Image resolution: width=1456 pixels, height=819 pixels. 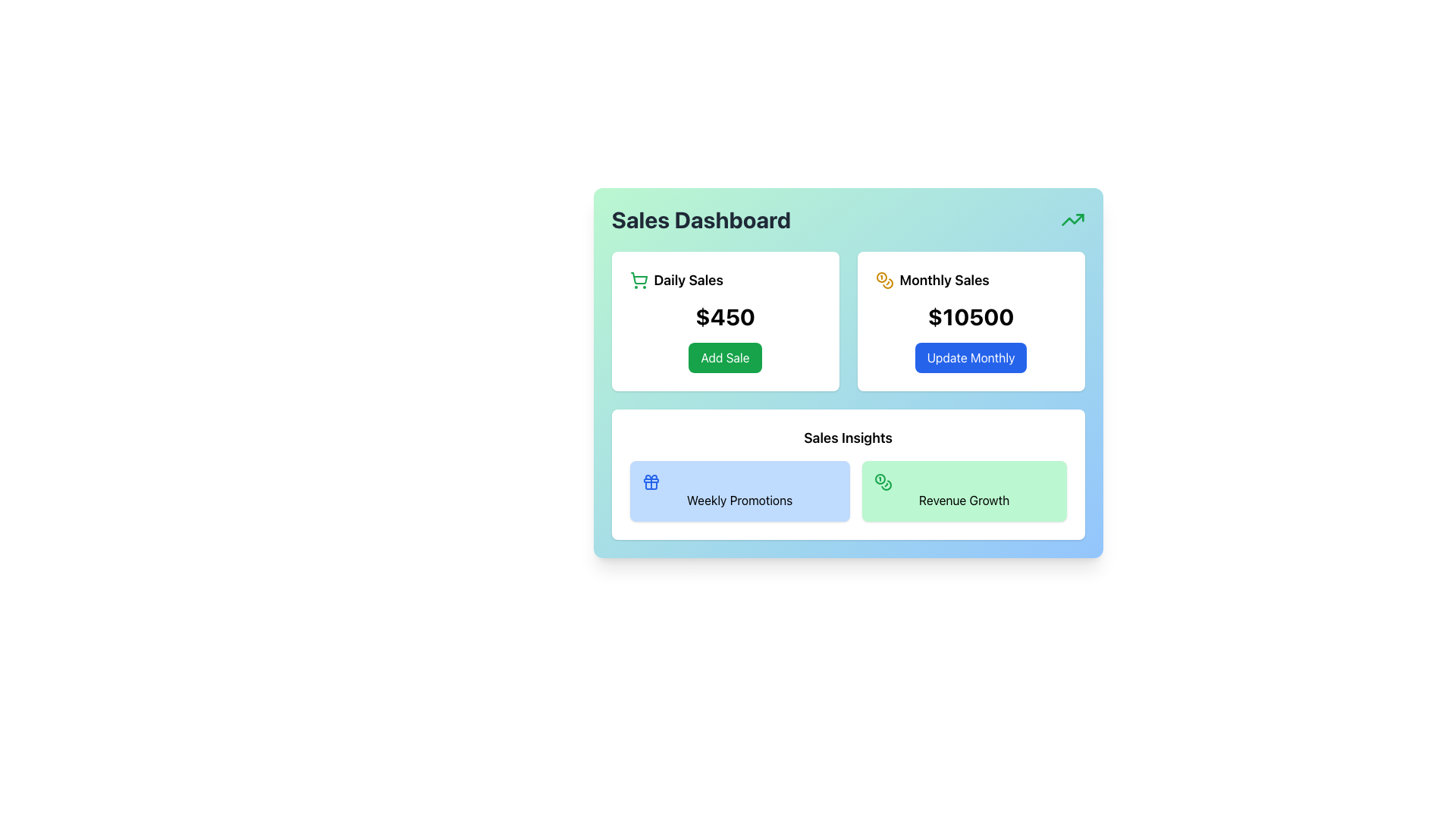 What do you see at coordinates (884, 281) in the screenshot?
I see `the yellow coin icon located to the left of the 'Monthly Sales' text in the dashboard's section header` at bounding box center [884, 281].